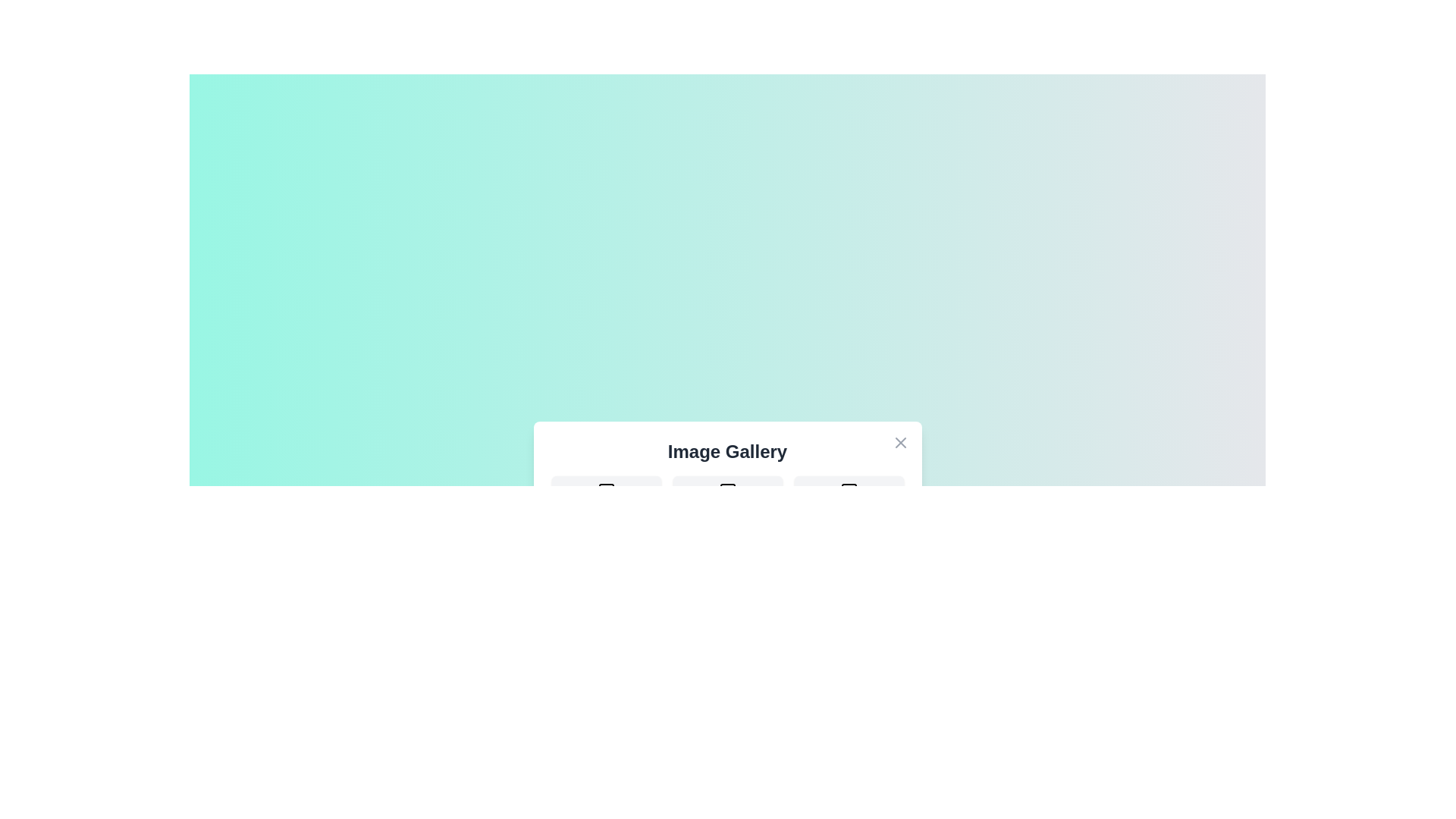  Describe the element at coordinates (900, 442) in the screenshot. I see `the close button of the dialog to close it` at that location.